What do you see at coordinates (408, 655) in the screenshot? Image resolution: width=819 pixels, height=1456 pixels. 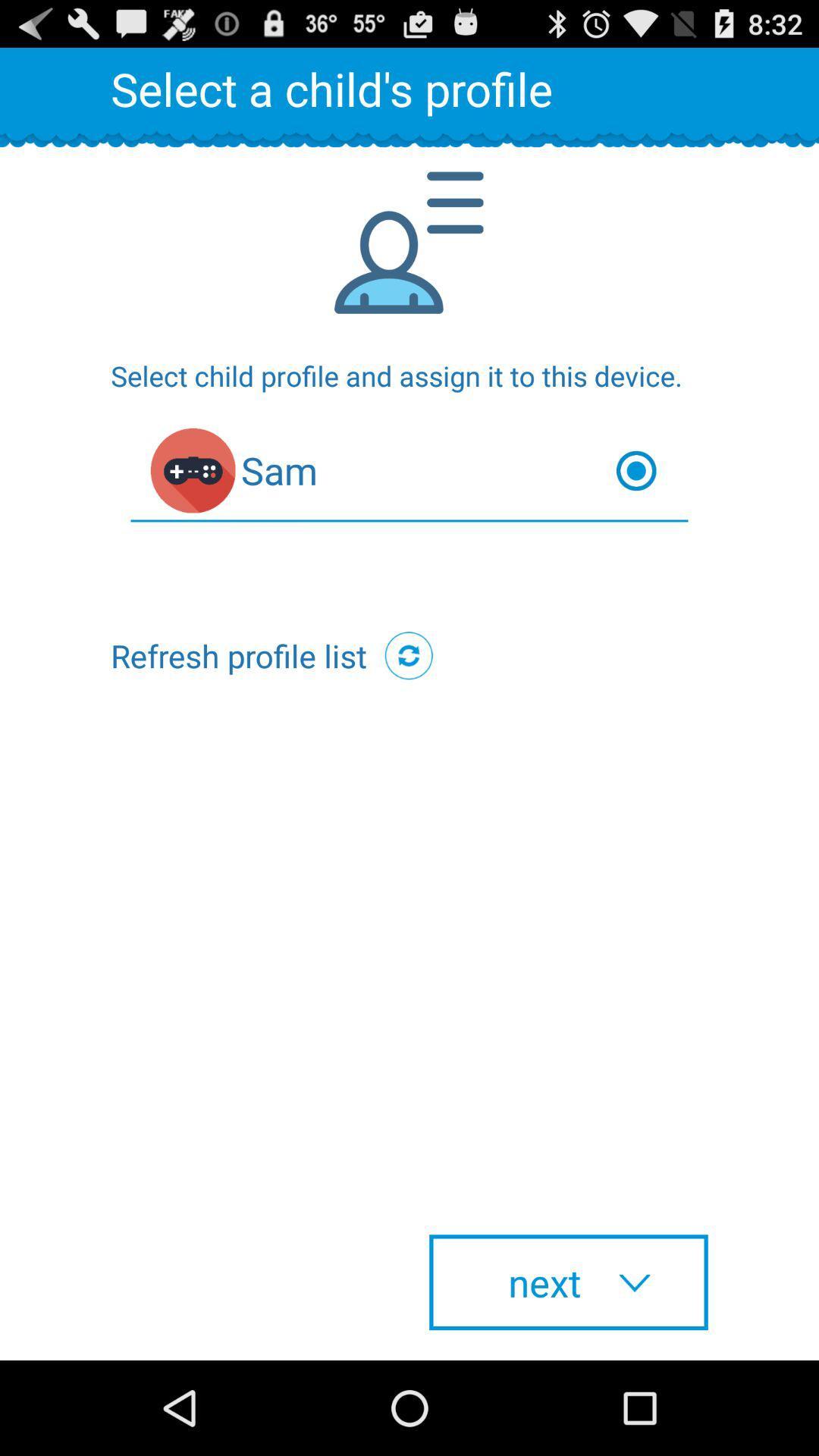 I see `the item above next` at bounding box center [408, 655].